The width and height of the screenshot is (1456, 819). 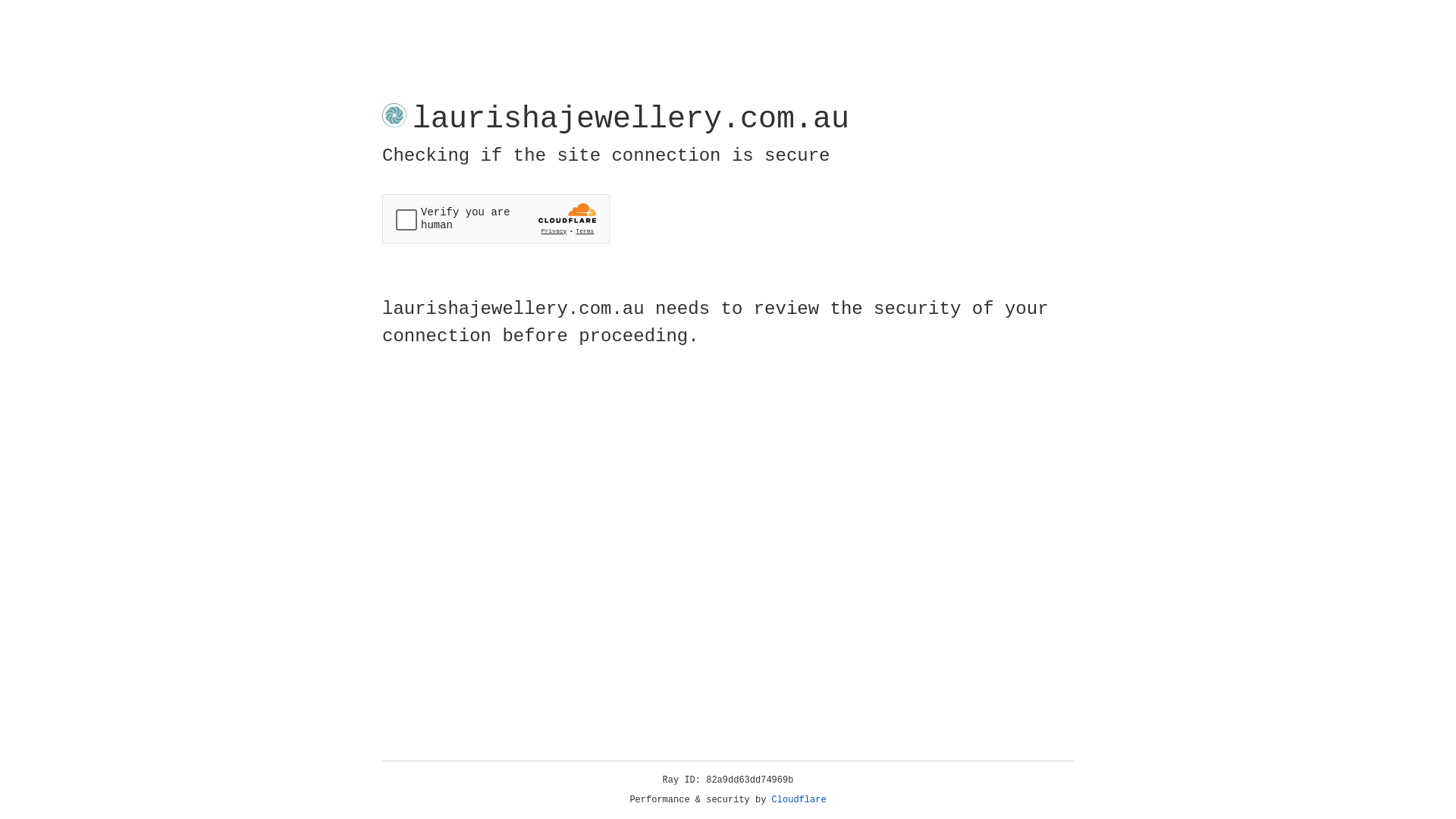 What do you see at coordinates (799, 799) in the screenshot?
I see `'Cloudflare'` at bounding box center [799, 799].